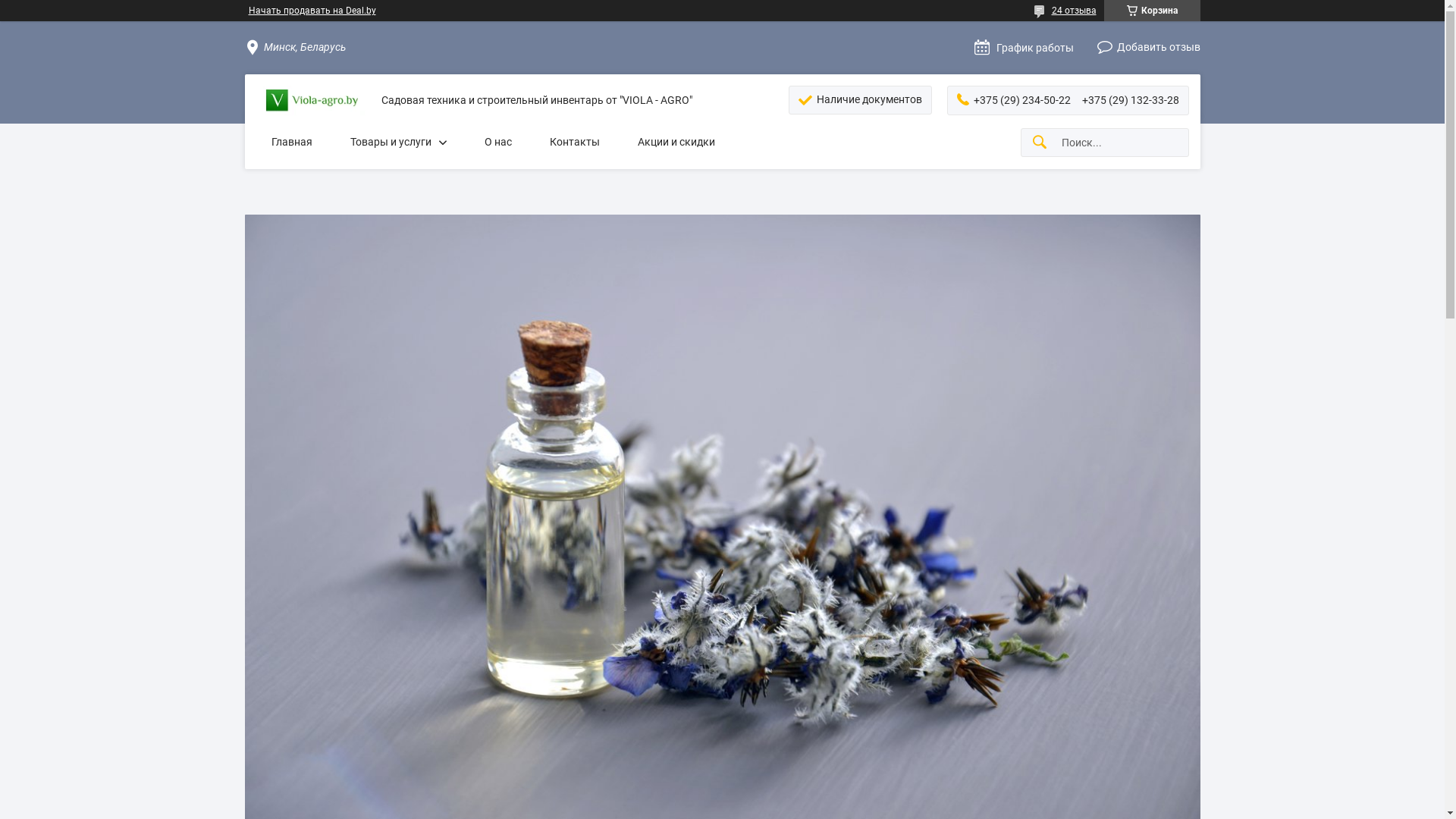 The height and width of the screenshot is (819, 1456). Describe the element at coordinates (312, 100) in the screenshot. I see `'Viola-Agro'` at that location.